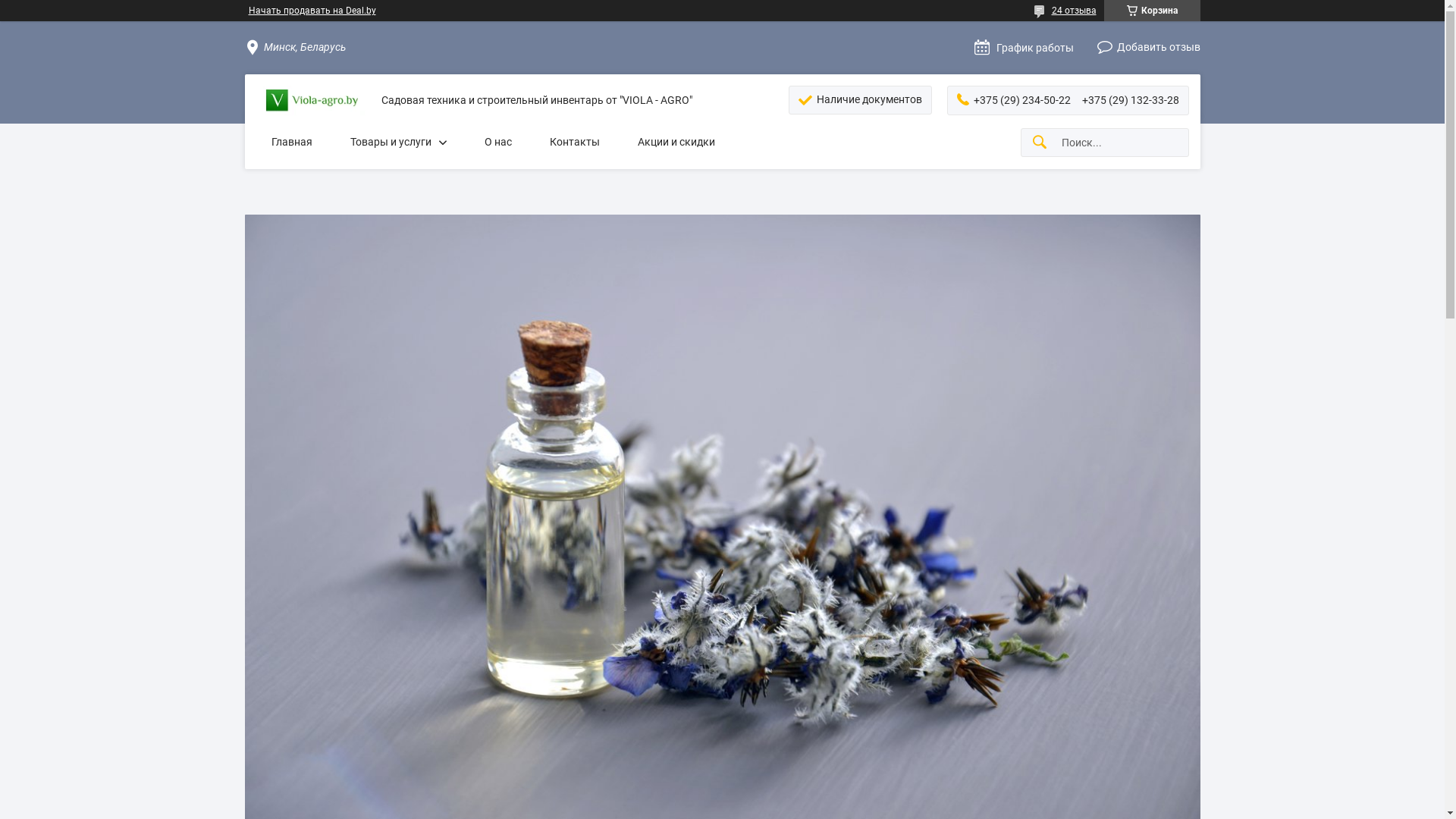 The height and width of the screenshot is (819, 1456). Describe the element at coordinates (312, 100) in the screenshot. I see `'Viola-Agro'` at that location.